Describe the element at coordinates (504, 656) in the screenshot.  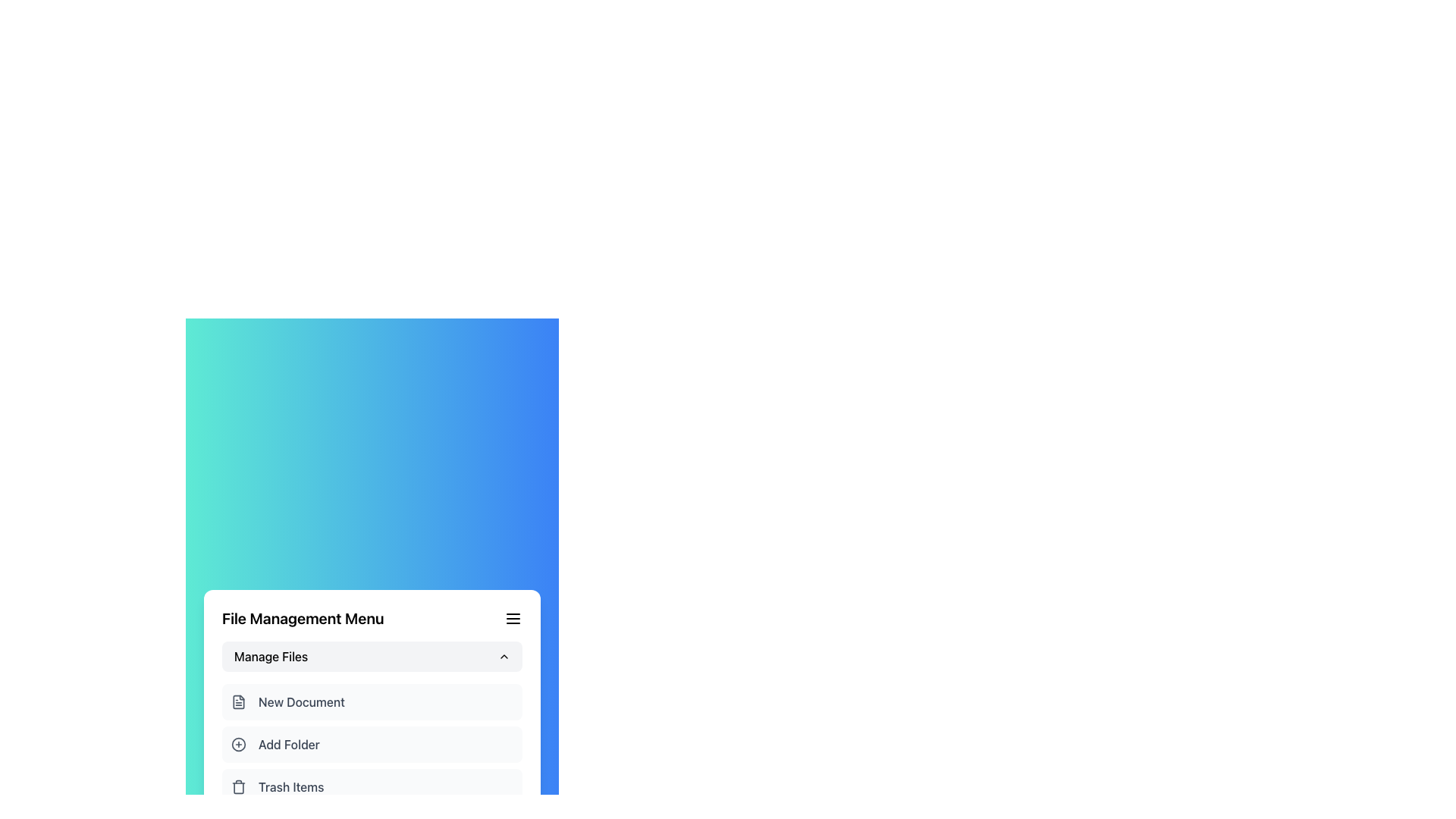
I see `the upward-facing chevron icon located at the far right of the 'Manage Files' menu entry` at that location.